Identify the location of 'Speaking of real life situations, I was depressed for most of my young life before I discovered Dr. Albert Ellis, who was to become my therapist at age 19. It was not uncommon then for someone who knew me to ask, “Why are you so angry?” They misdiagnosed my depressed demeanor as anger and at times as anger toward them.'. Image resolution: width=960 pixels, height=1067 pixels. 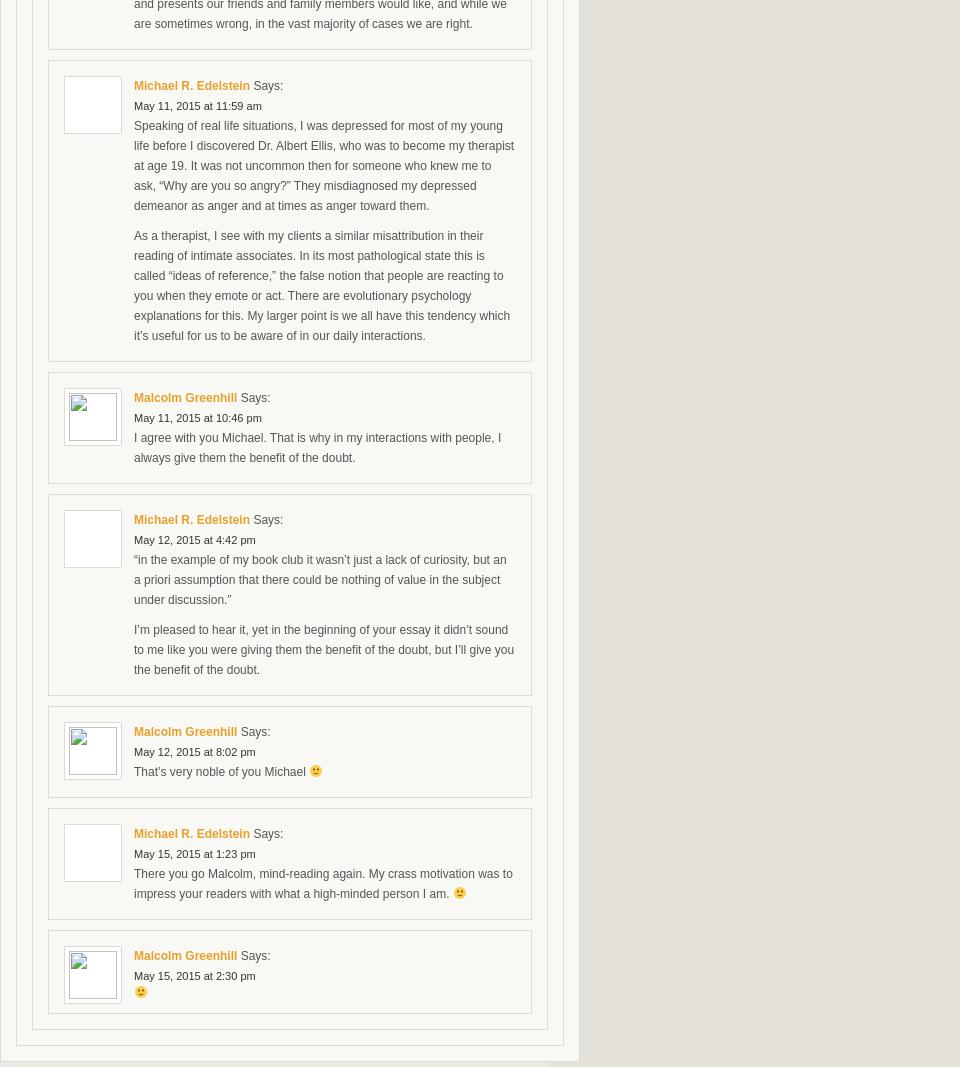
(133, 165).